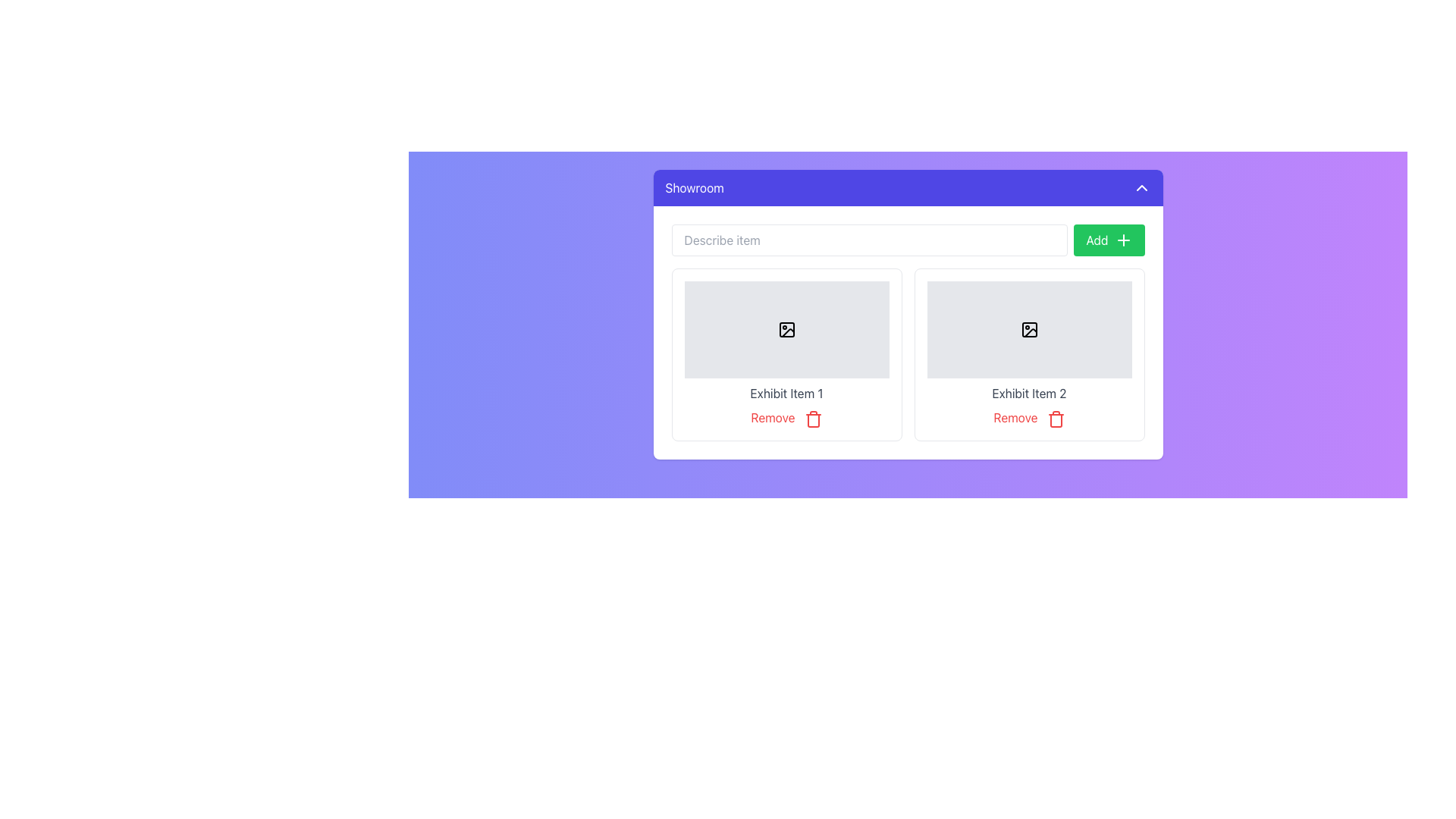 The width and height of the screenshot is (1456, 819). I want to click on the small rounded rectangle with a black stroke and white fill that is embedded within the larger image icon in the second exhibit card on the right-hand side of the horizontal card layout, so click(1029, 329).